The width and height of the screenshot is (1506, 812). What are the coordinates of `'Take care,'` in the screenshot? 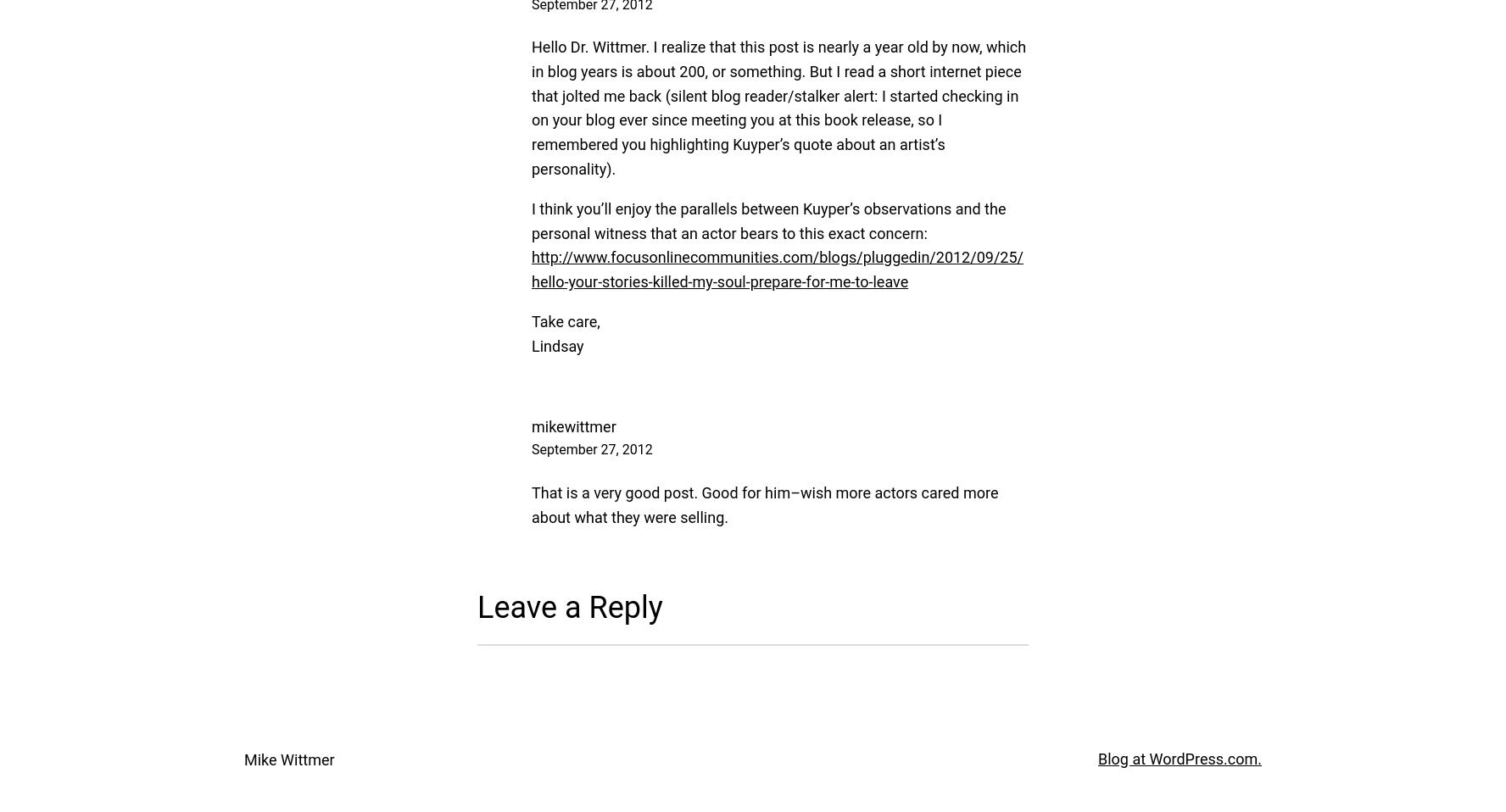 It's located at (566, 320).